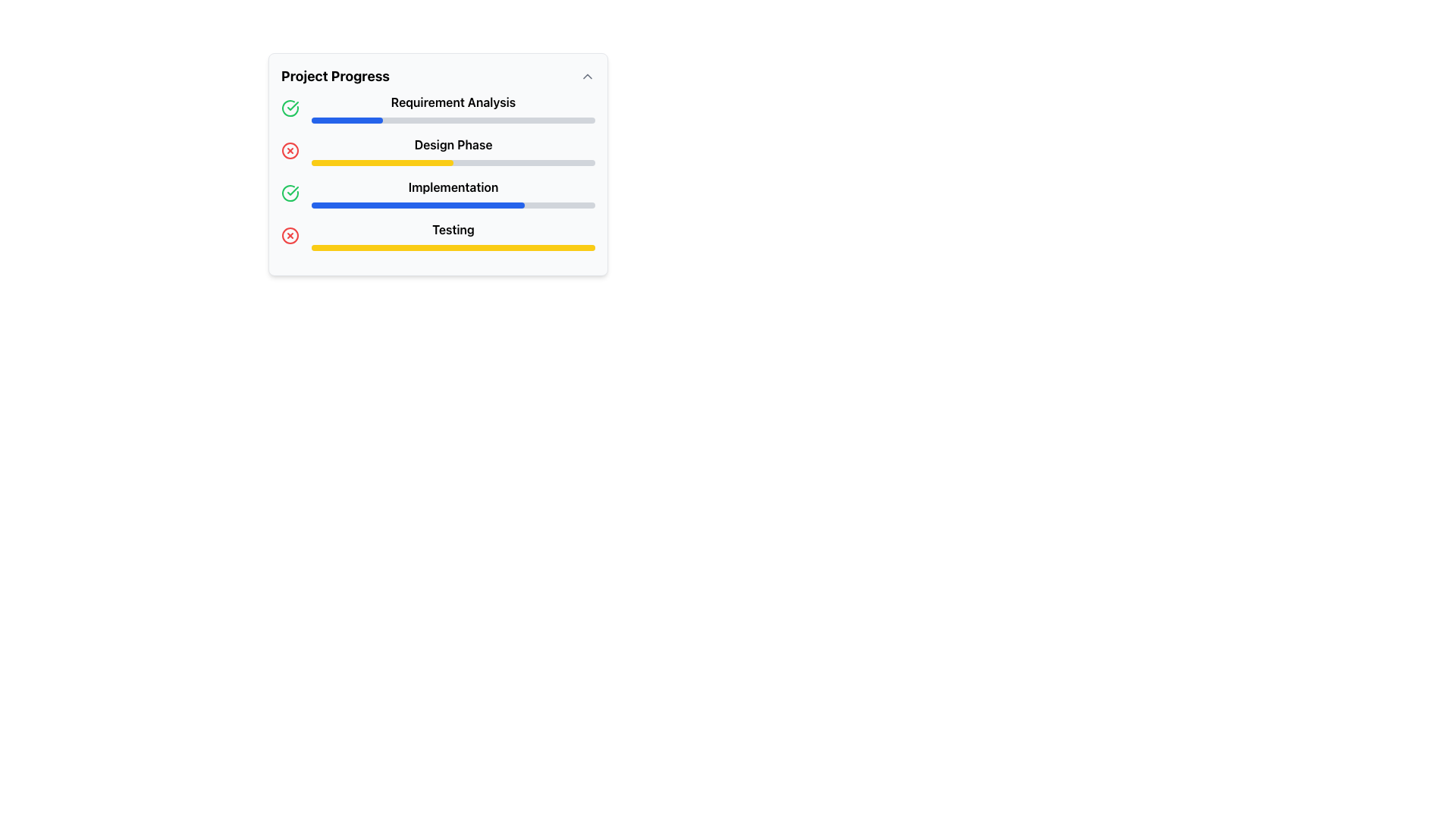 The height and width of the screenshot is (819, 1456). What do you see at coordinates (453, 186) in the screenshot?
I see `the 'Implementation' text label that is centrally positioned above the progress bar, distinguishing itself among the progress indicators` at bounding box center [453, 186].